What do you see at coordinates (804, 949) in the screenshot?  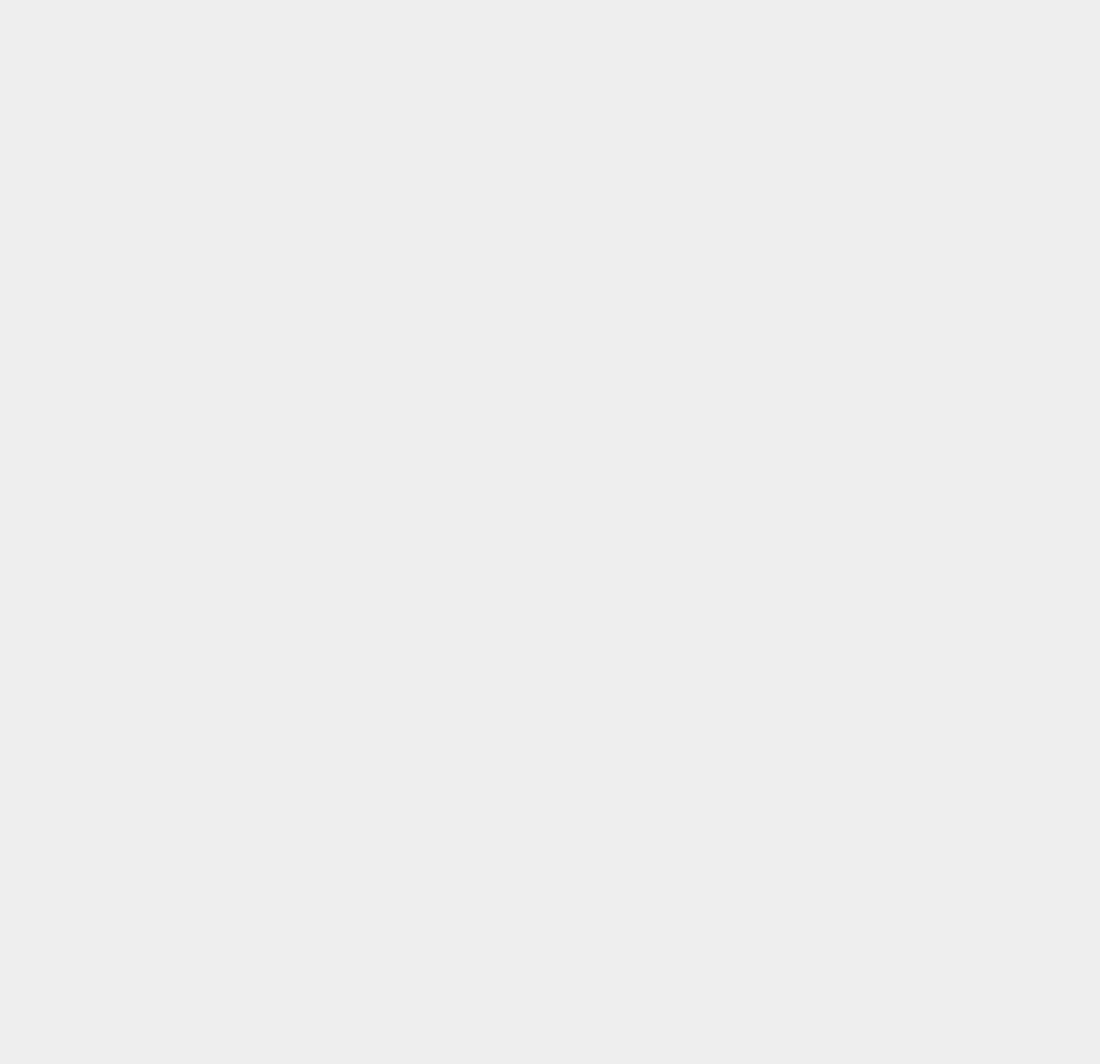 I see `'iOS Beta'` at bounding box center [804, 949].